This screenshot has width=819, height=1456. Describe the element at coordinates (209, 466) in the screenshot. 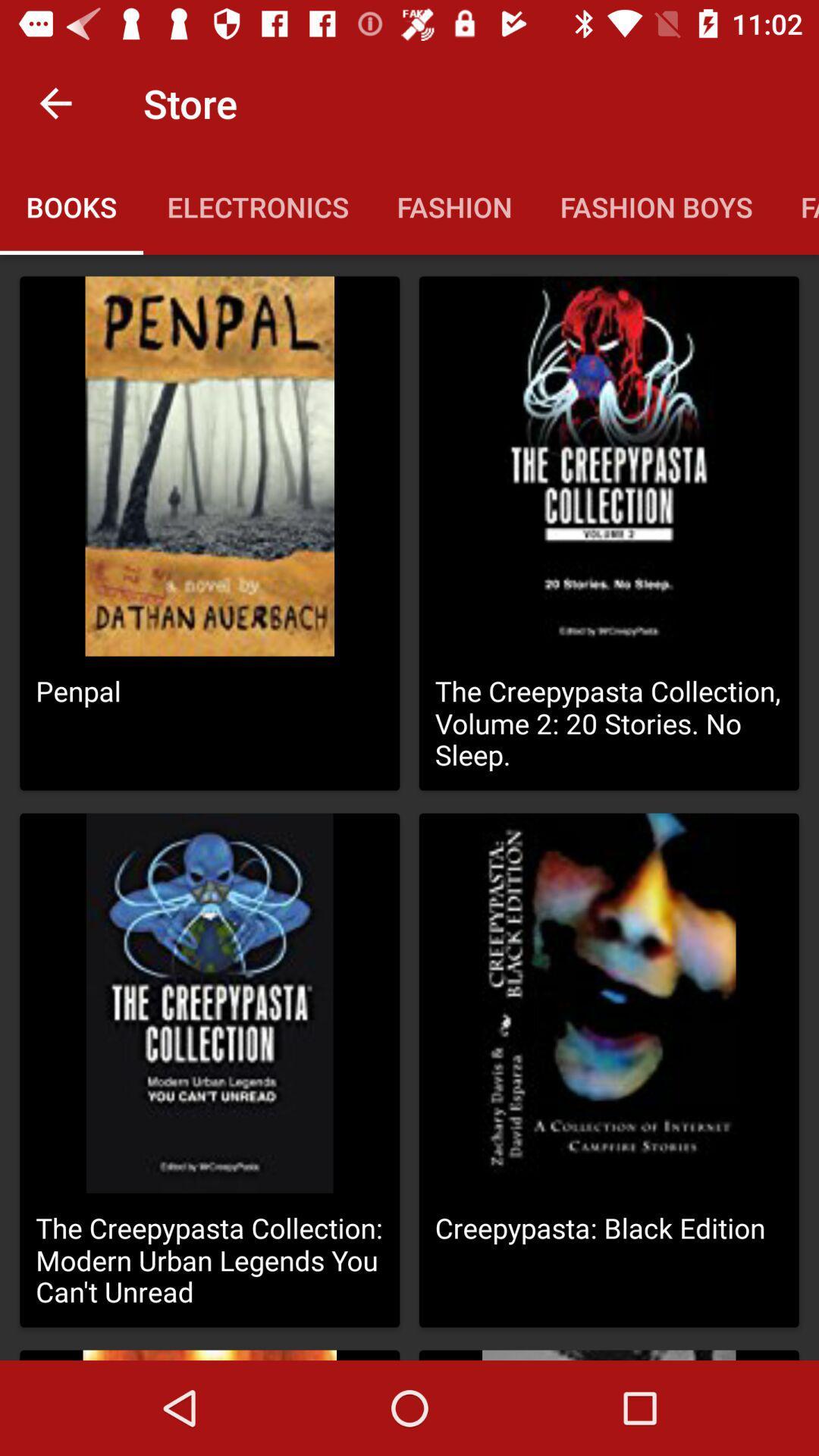

I see `the first image` at that location.